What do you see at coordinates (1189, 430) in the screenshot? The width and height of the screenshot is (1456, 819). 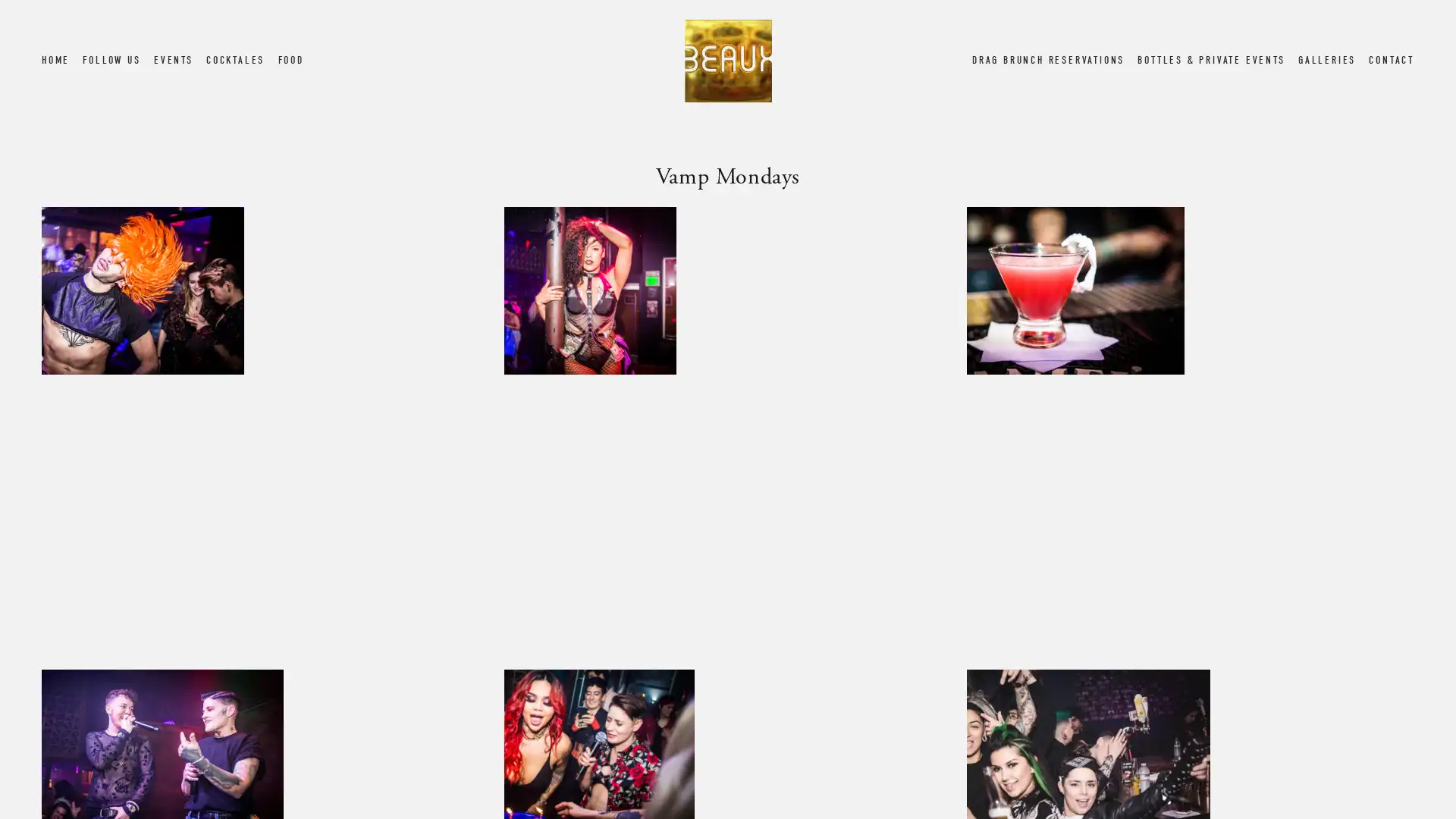 I see `View fullsize IMG_3849 copy.jpg` at bounding box center [1189, 430].